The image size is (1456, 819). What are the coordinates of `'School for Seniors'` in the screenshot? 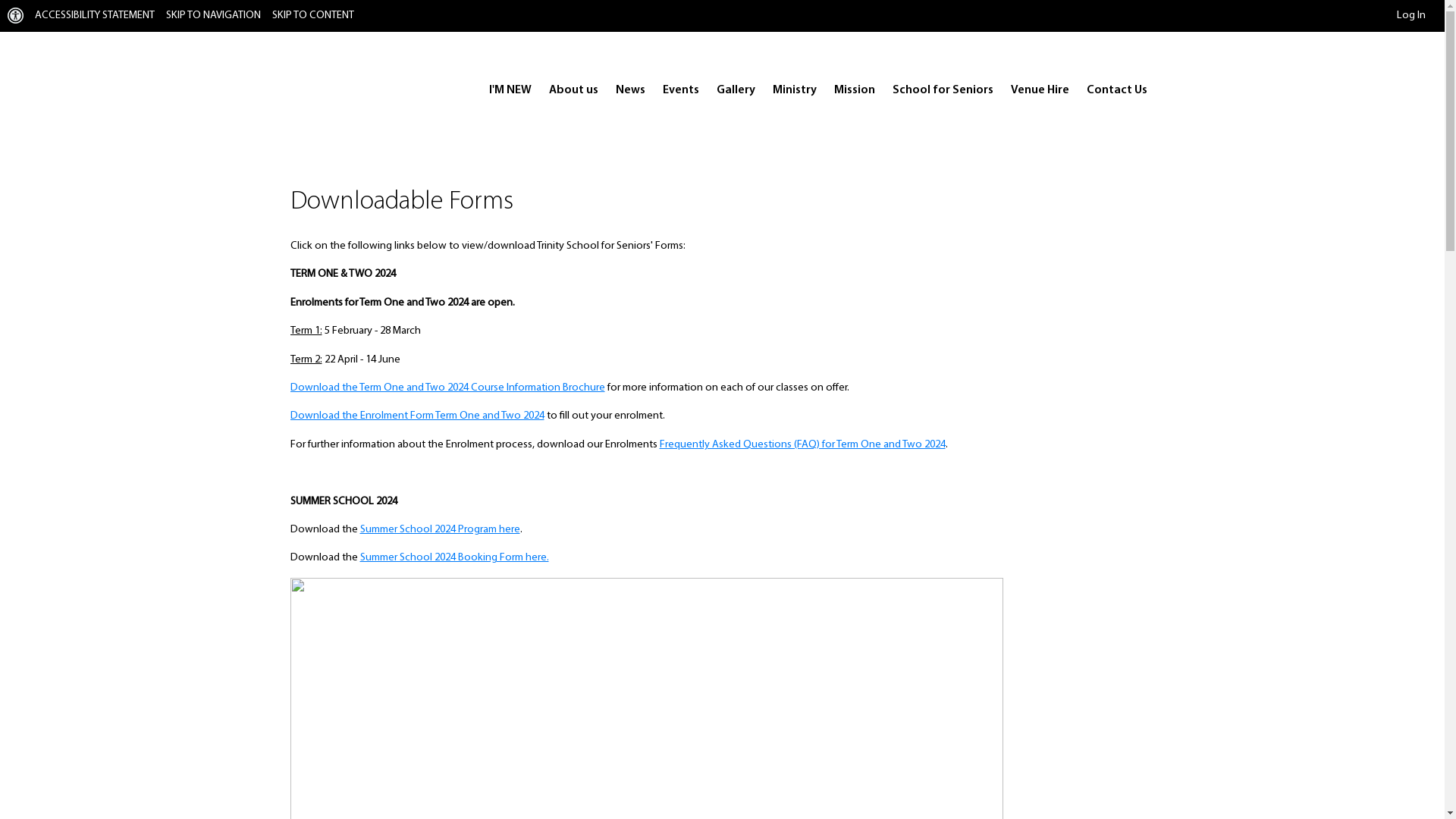 It's located at (941, 90).